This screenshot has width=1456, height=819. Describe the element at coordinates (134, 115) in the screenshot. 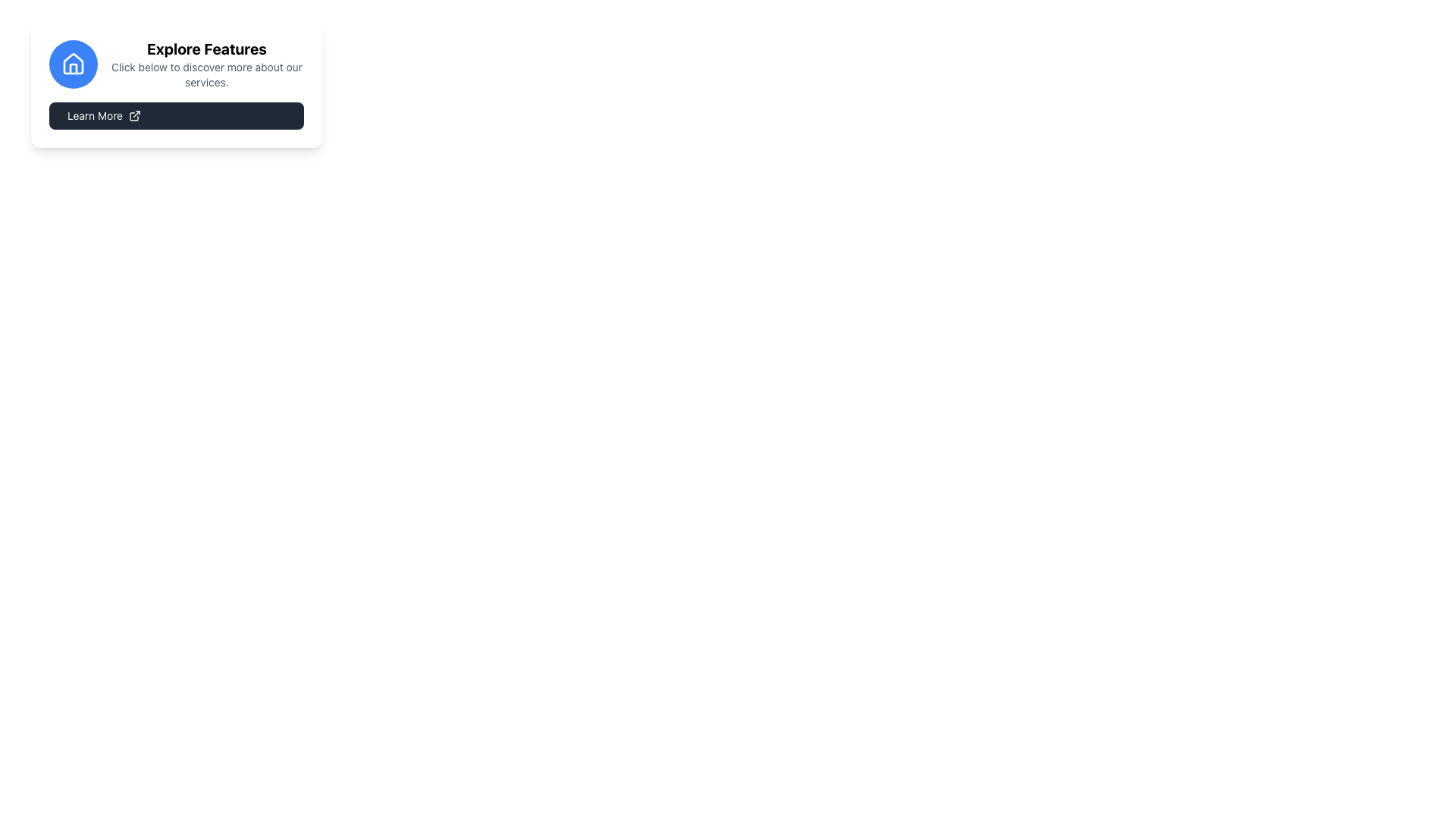

I see `the graphical icon element located on the right side of the 'Learn More' button, which visually indicates that clicking the button will open an external link` at that location.